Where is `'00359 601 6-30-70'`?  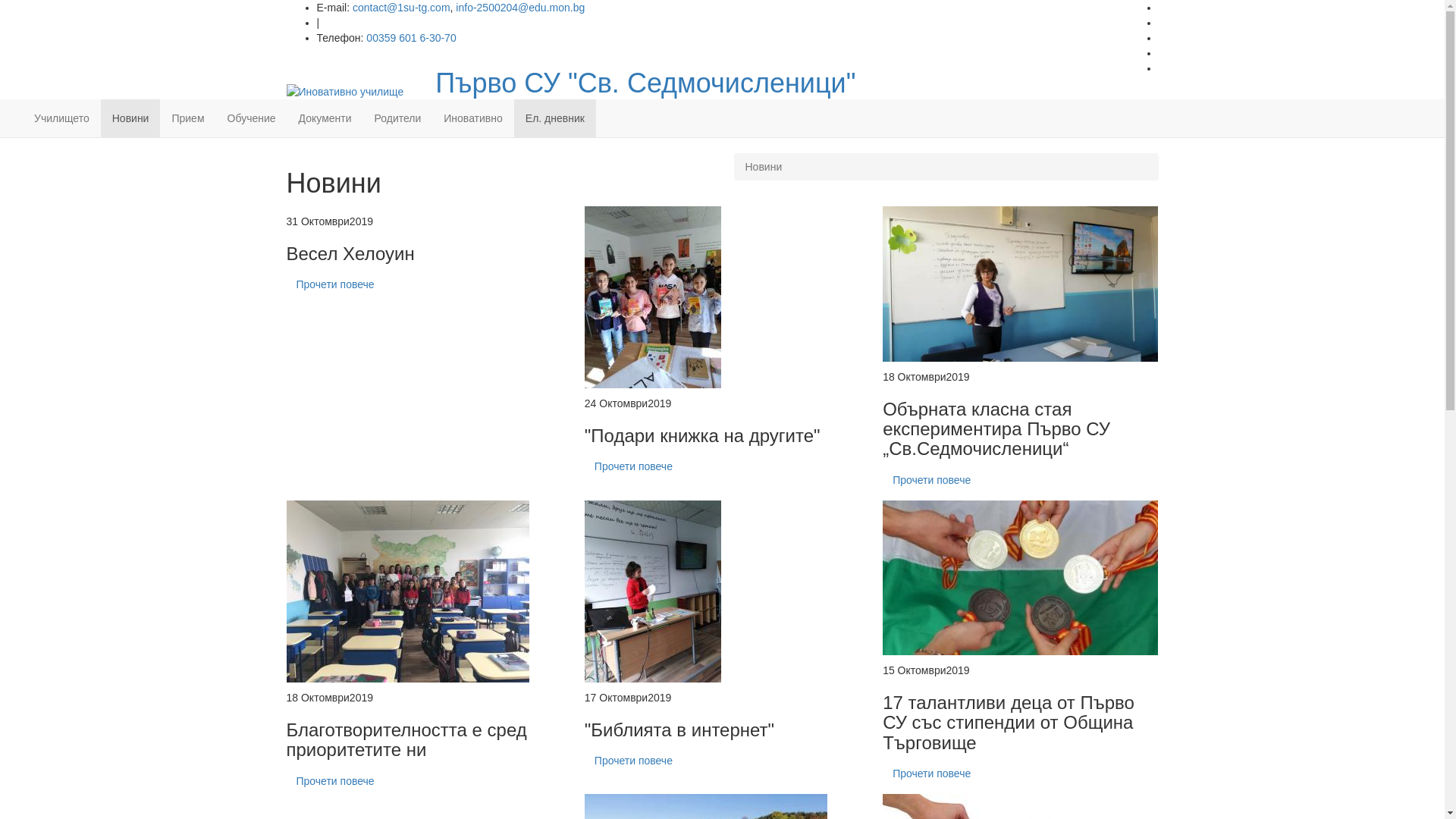
'00359 601 6-30-70' is located at coordinates (411, 37).